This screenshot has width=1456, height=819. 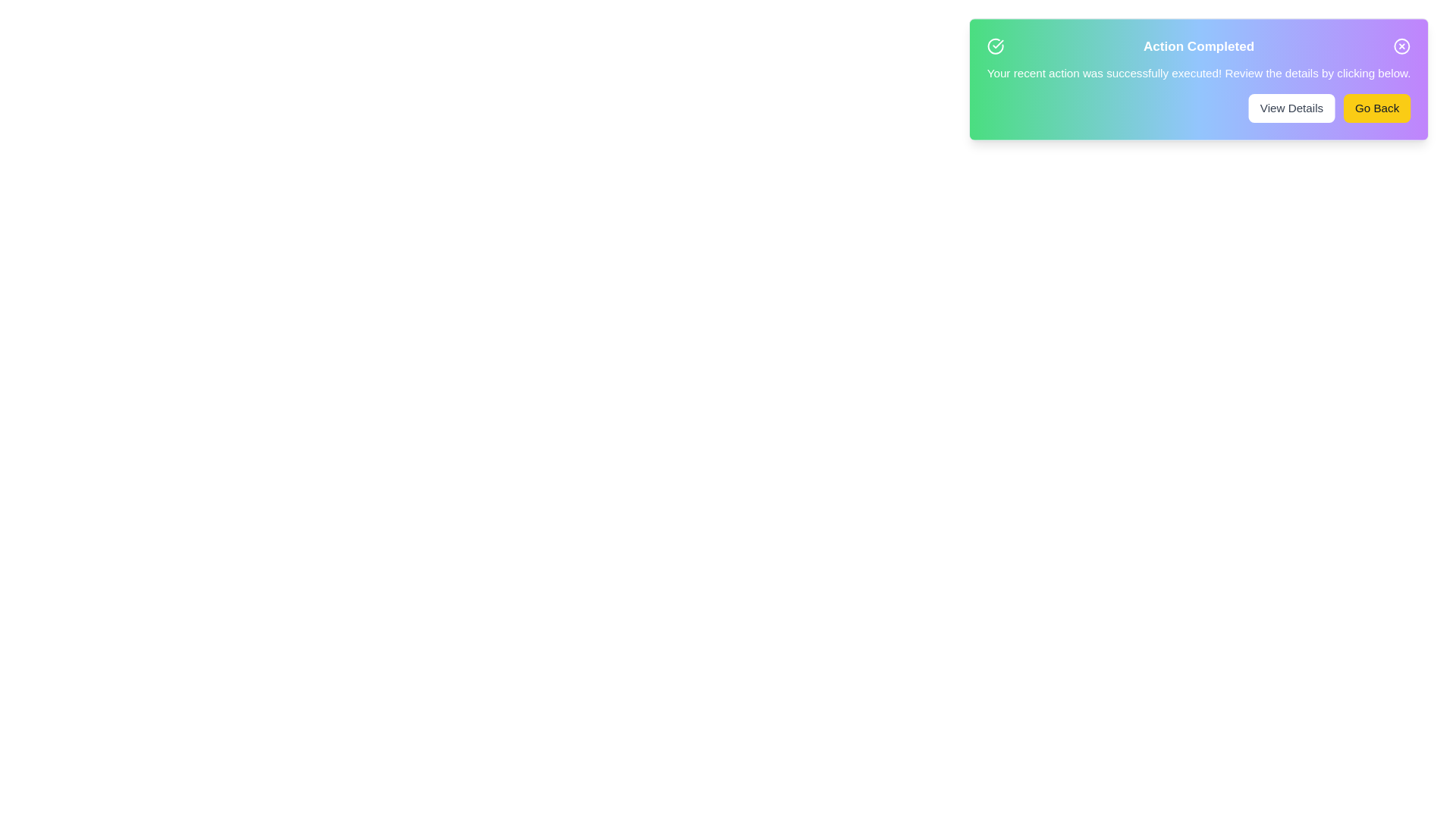 I want to click on the gradient background of the alert, so click(x=1197, y=79).